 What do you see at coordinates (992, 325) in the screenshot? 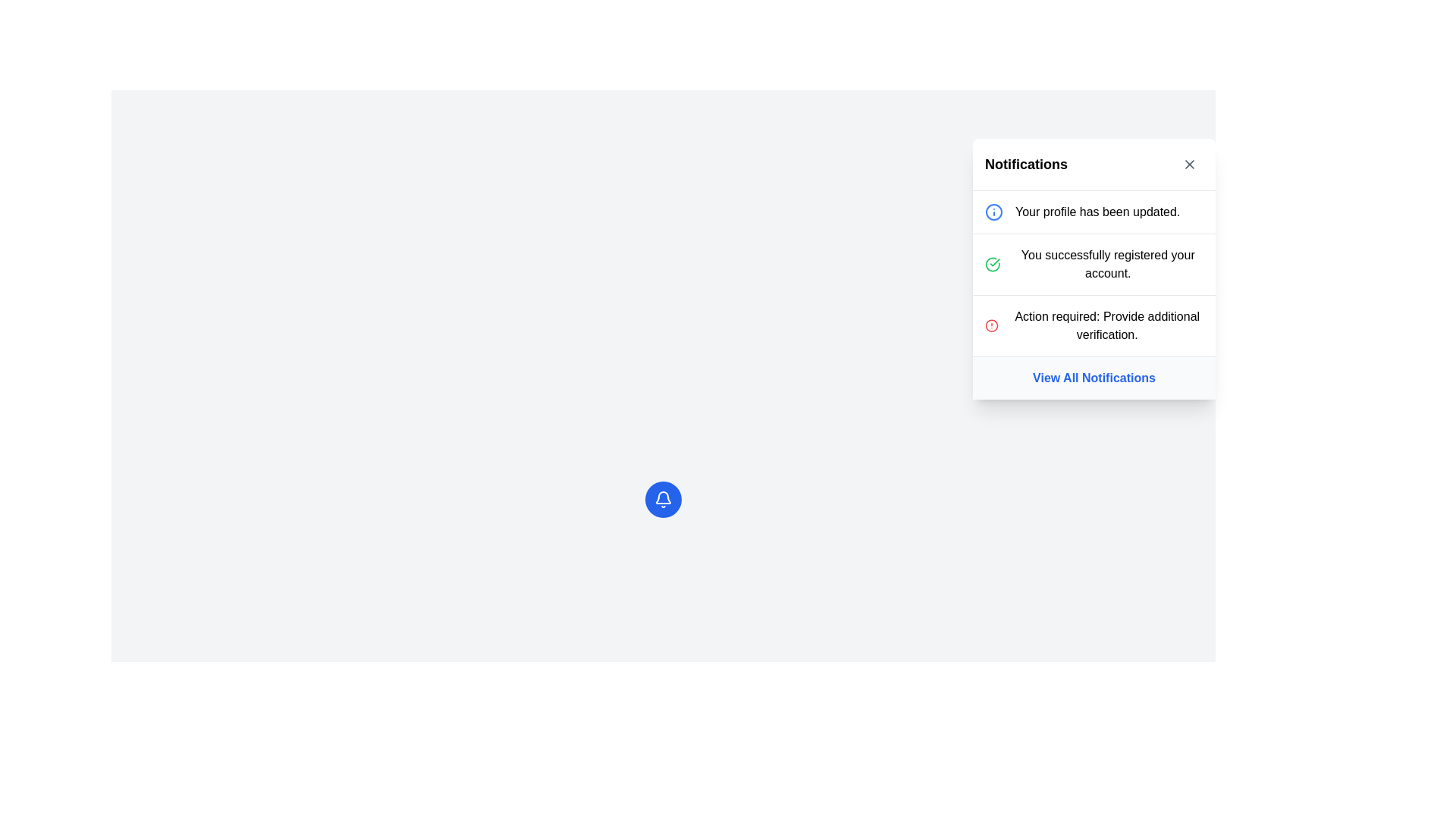
I see `the SVG Circle graphic that signifies an alert or notification` at bounding box center [992, 325].